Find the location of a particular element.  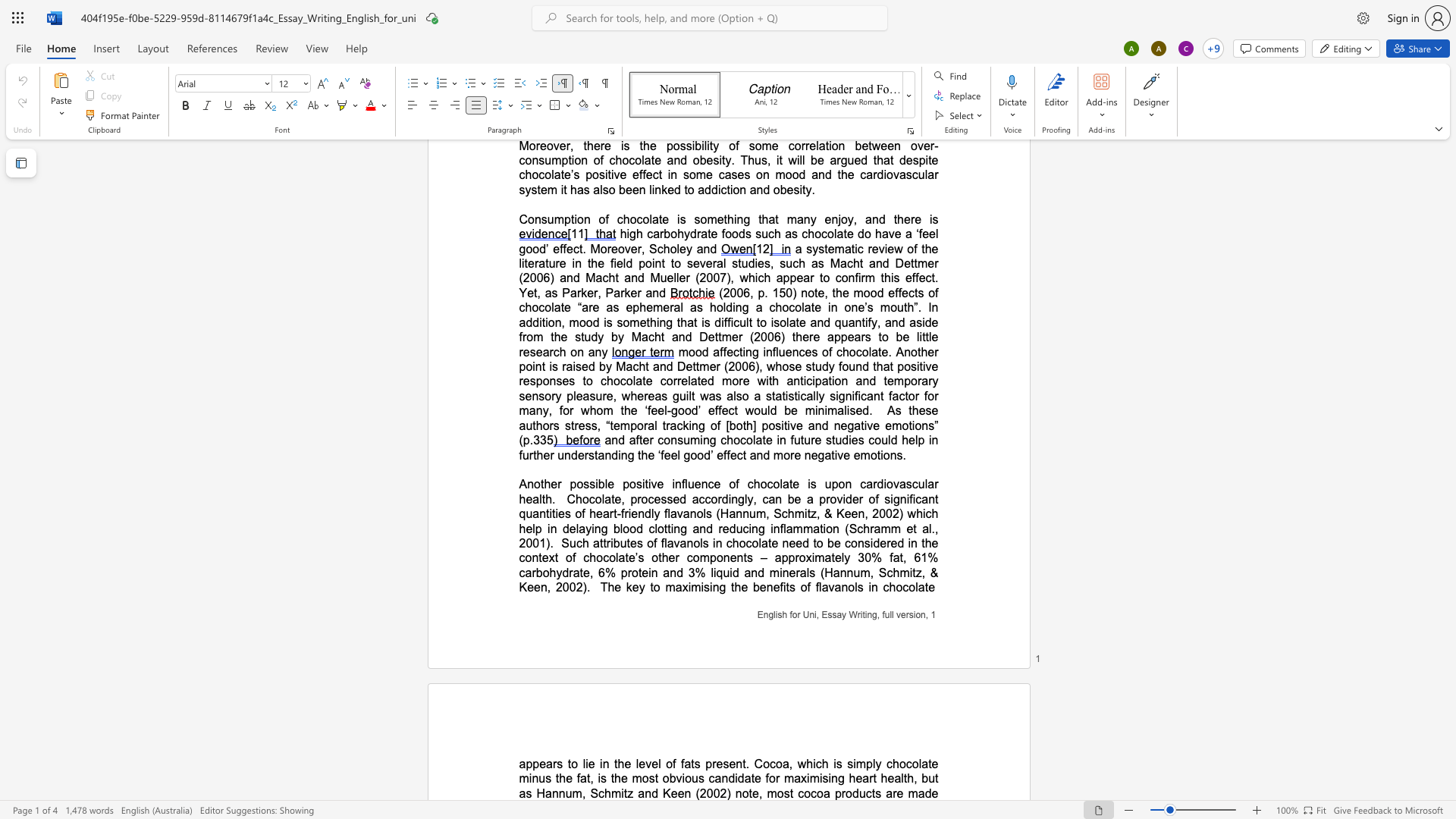

the space between the continuous character "s" and "s" in the text is located at coordinates (667, 499).